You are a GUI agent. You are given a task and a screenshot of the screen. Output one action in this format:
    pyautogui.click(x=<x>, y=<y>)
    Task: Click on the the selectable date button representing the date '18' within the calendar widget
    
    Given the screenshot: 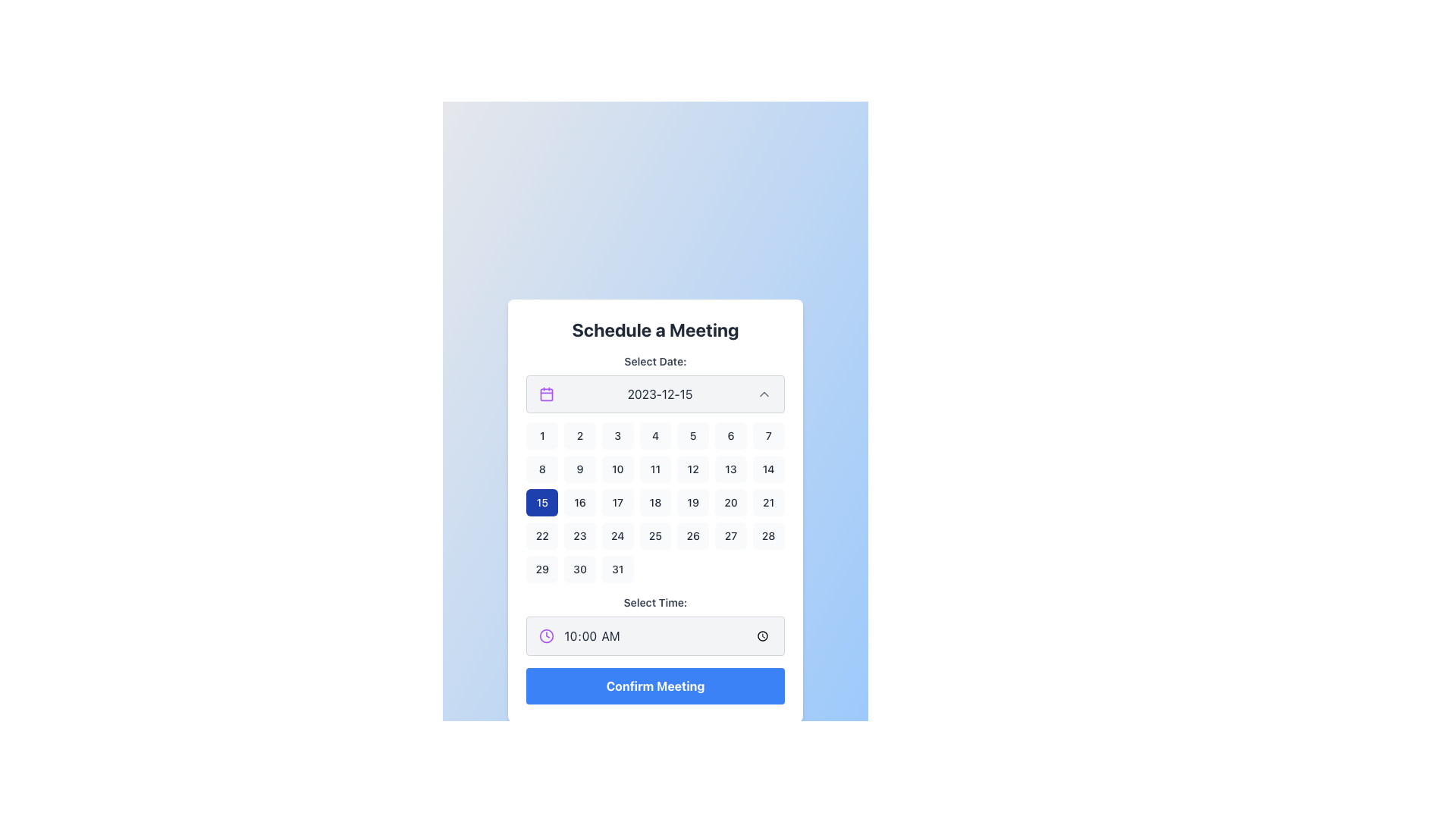 What is the action you would take?
    pyautogui.click(x=655, y=503)
    